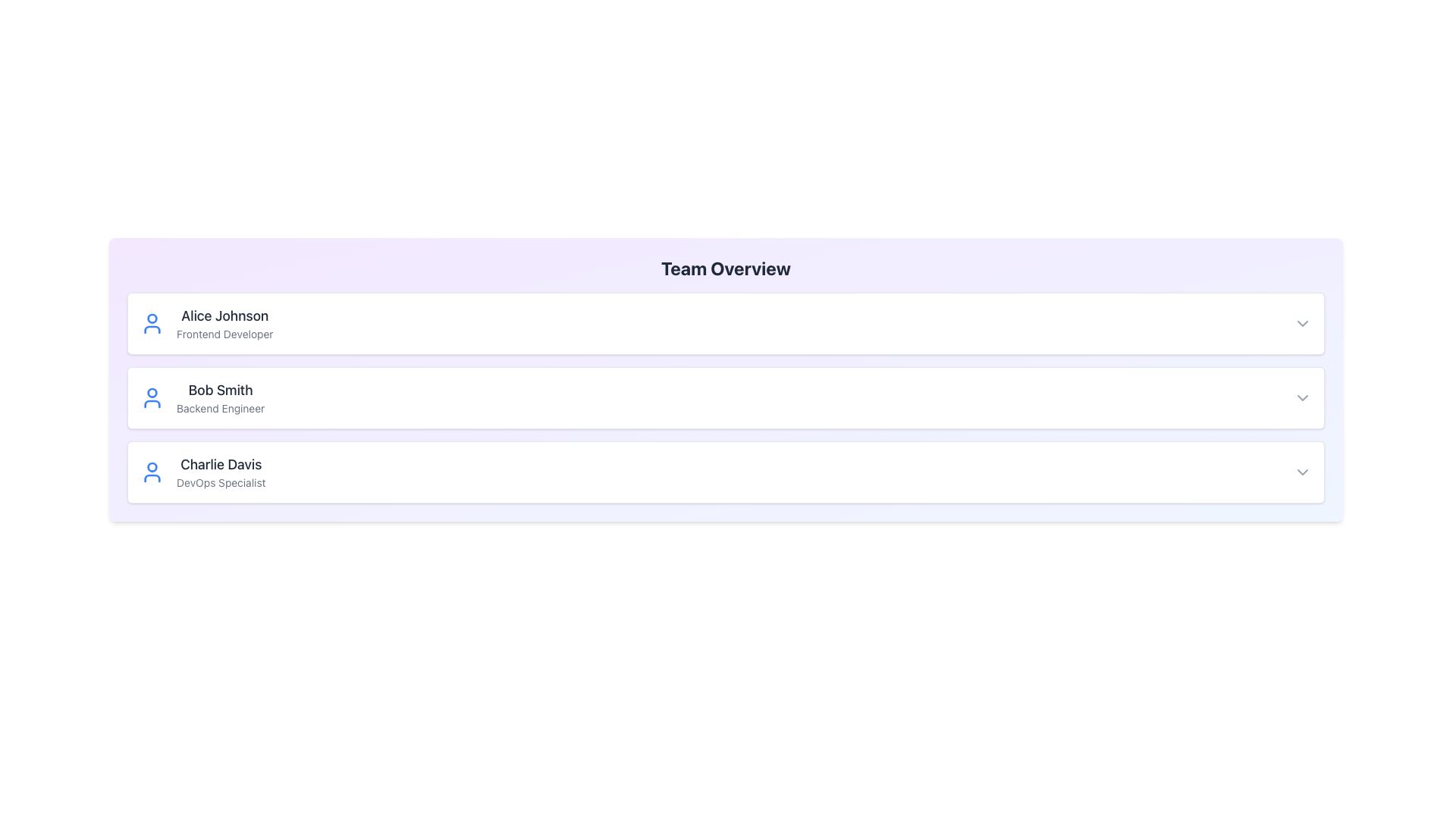 This screenshot has height=819, width=1456. Describe the element at coordinates (220, 397) in the screenshot. I see `Text Block containing the name 'Bob Smith' and the title 'Backend Engineer', which is styled with distinct typography and is the second item in the list of team members` at that location.